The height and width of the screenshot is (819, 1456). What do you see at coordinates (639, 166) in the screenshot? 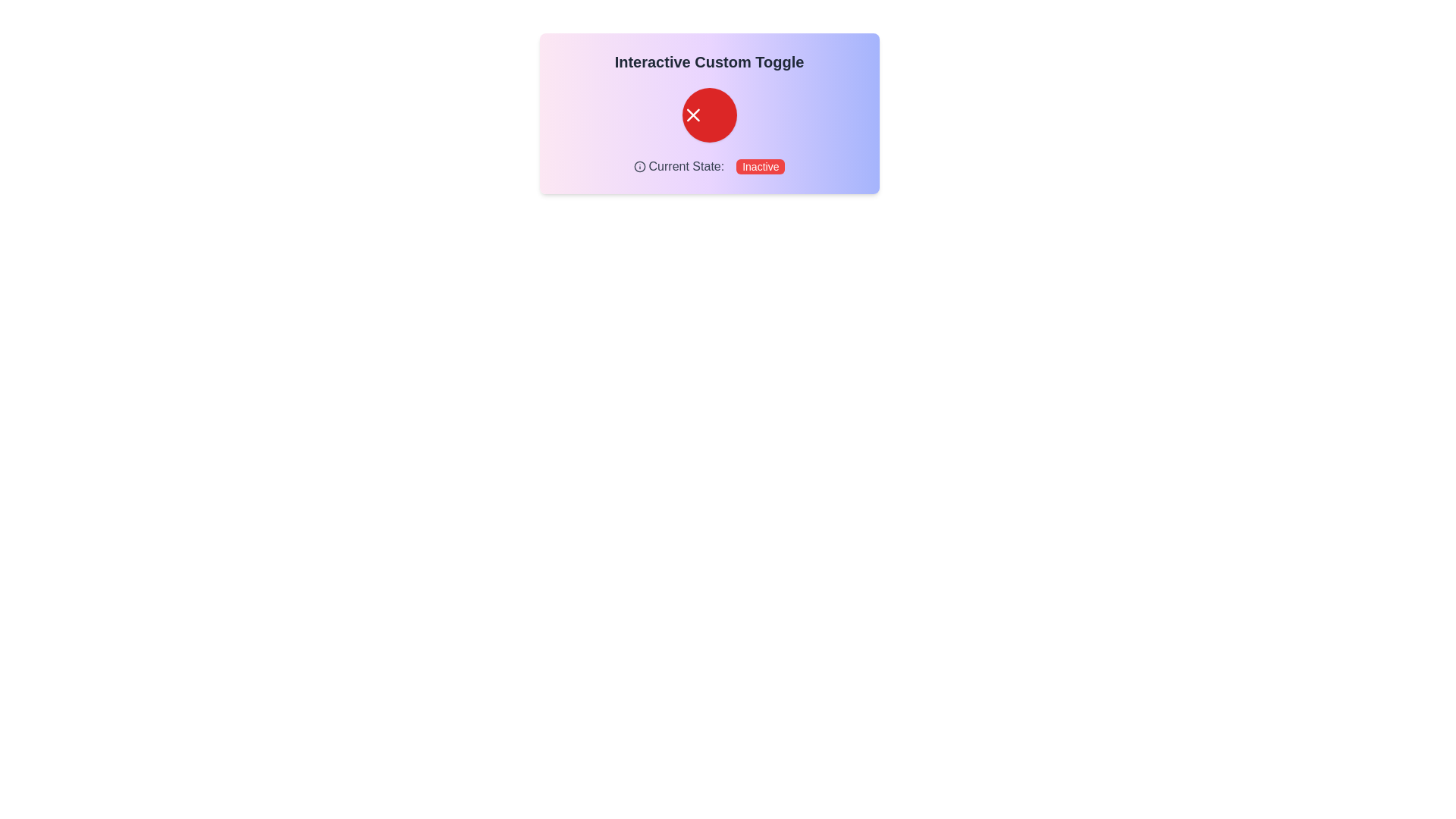
I see `the informational icon located to the left of the 'Current State:' label` at bounding box center [639, 166].